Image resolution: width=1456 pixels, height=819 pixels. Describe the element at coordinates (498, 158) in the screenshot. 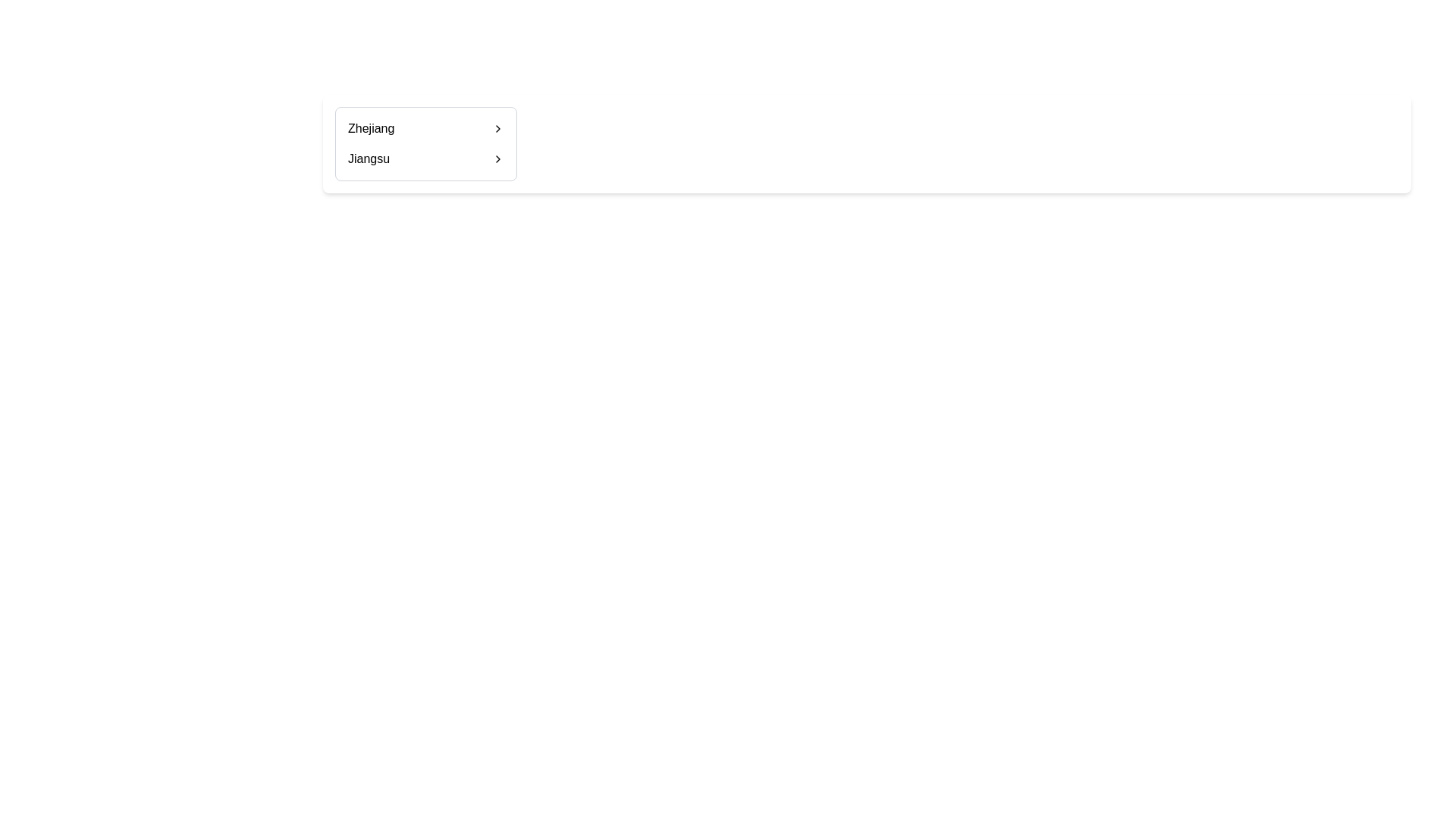

I see `the rightward-pointing chevron icon located to the right of the text label 'Jiangsu' in the dropdown list` at that location.